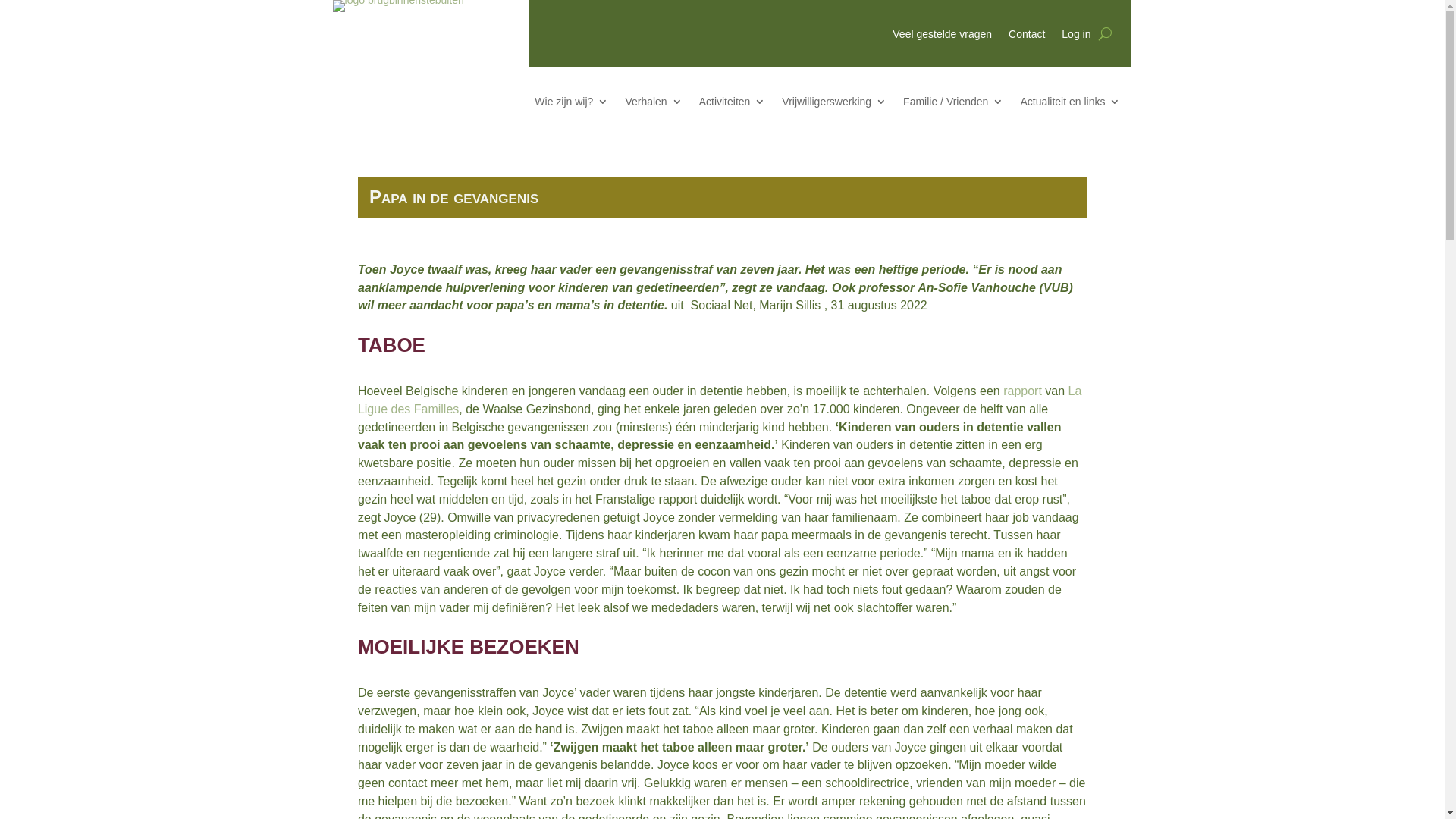 The width and height of the screenshot is (1456, 819). What do you see at coordinates (570, 104) in the screenshot?
I see `'Wie zijn wij?'` at bounding box center [570, 104].